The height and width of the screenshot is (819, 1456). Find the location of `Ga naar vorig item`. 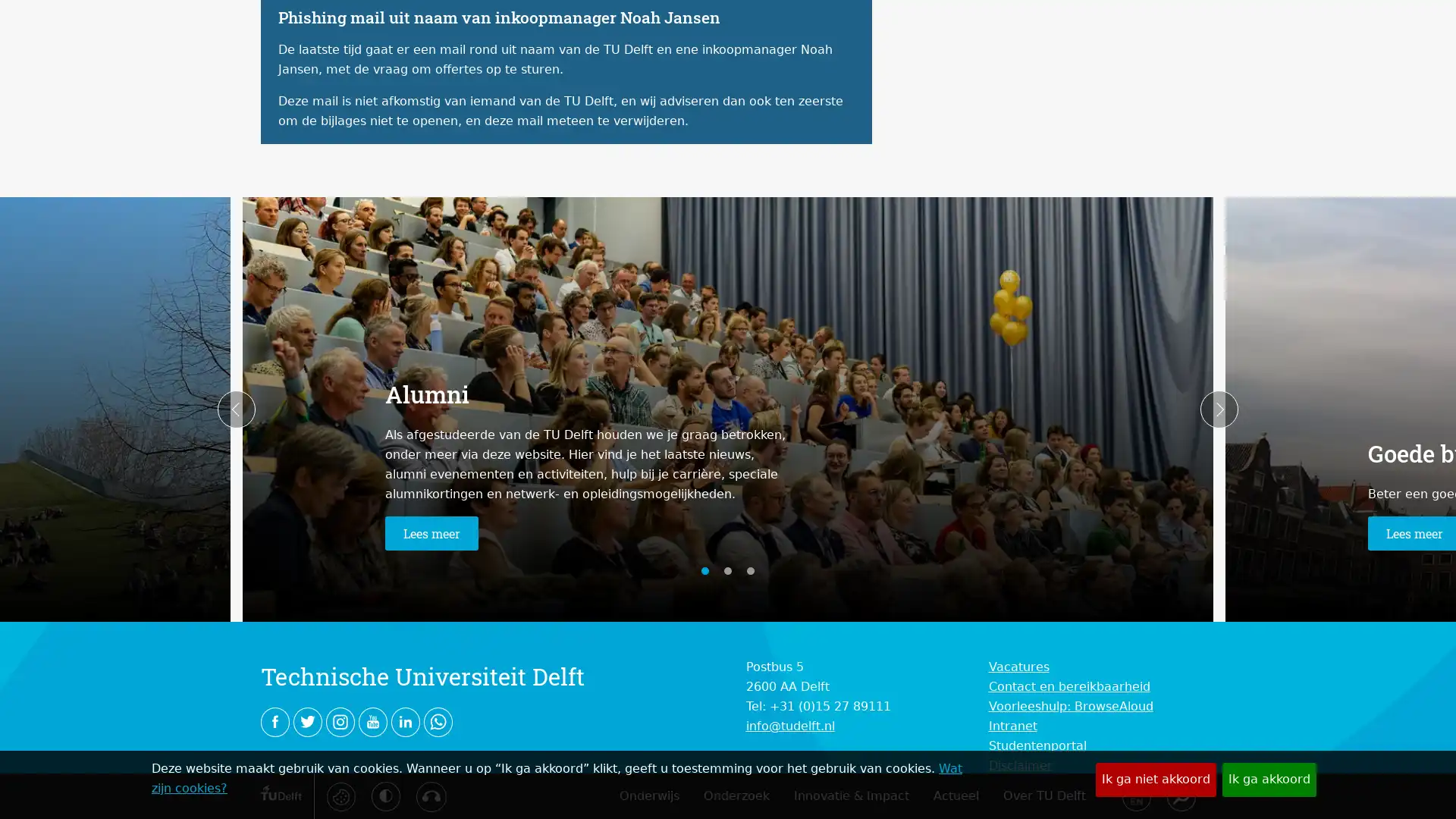

Ga naar vorig item is located at coordinates (236, 409).